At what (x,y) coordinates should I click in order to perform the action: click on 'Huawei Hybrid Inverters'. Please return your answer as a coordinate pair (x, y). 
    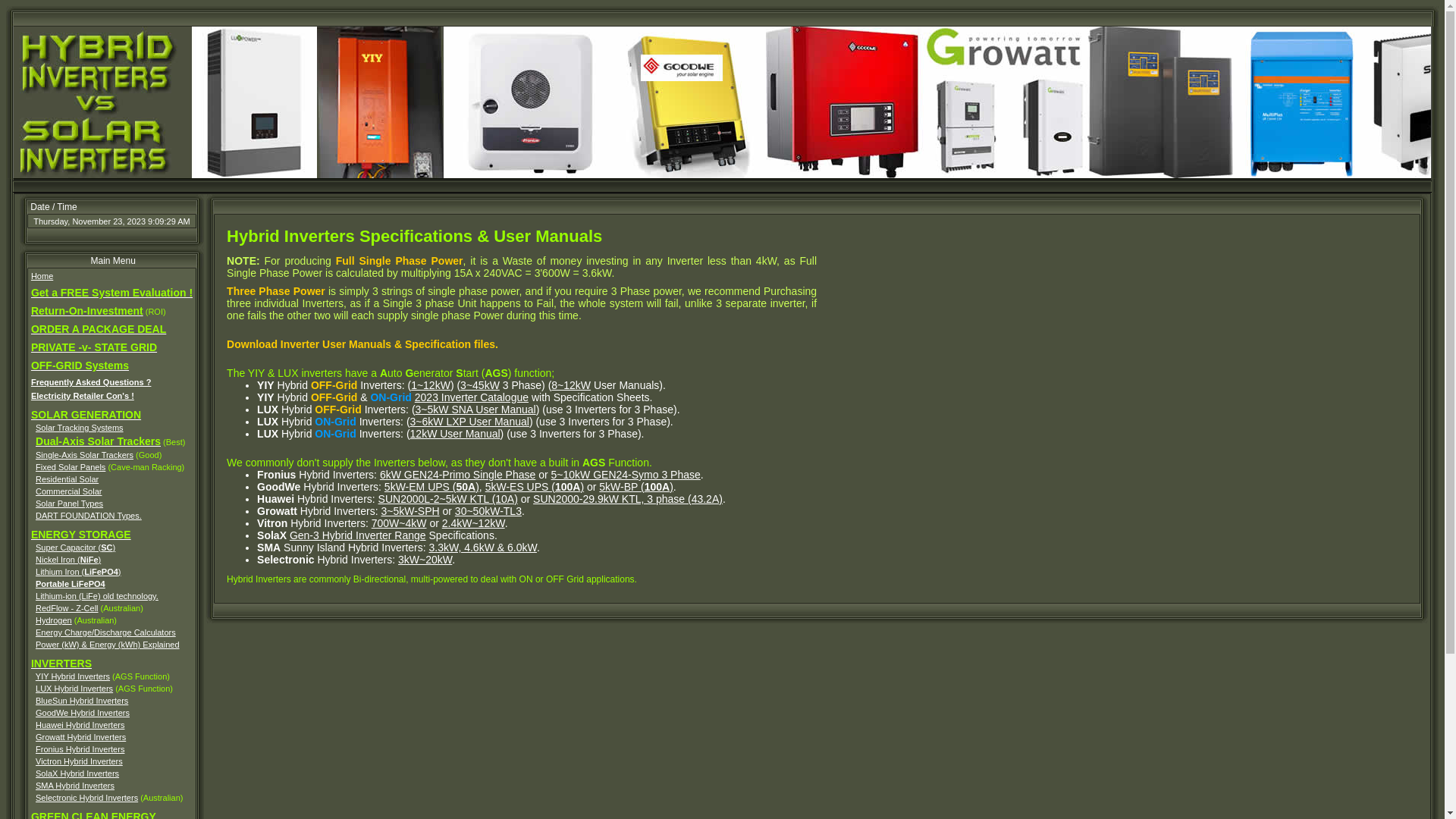
    Looking at the image, I should click on (79, 724).